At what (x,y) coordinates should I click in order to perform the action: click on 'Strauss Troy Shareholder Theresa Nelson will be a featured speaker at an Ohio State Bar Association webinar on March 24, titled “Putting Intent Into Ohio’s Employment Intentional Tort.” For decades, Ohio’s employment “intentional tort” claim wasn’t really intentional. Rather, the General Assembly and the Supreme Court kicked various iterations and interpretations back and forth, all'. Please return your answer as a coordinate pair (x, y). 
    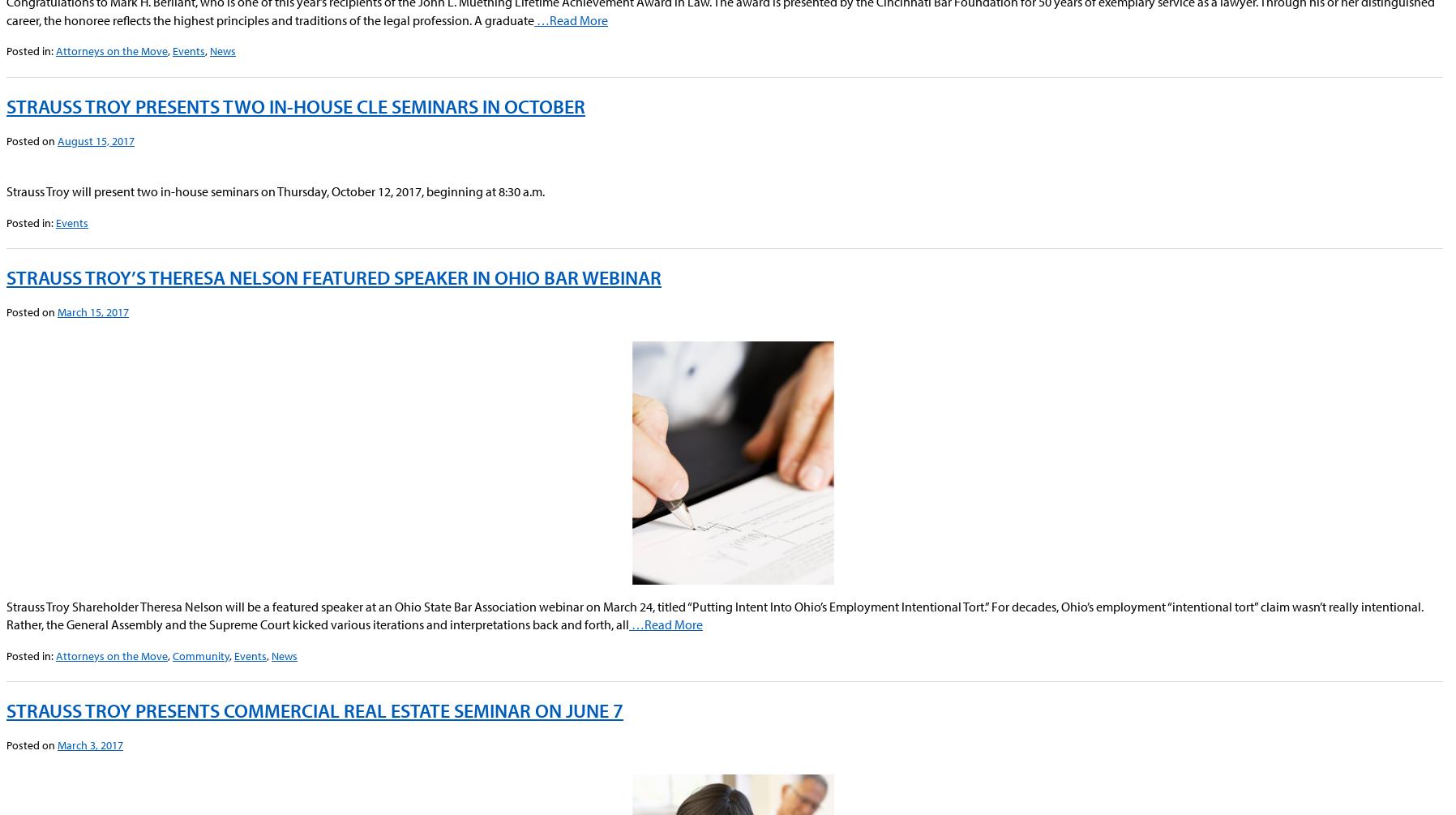
    Looking at the image, I should click on (715, 615).